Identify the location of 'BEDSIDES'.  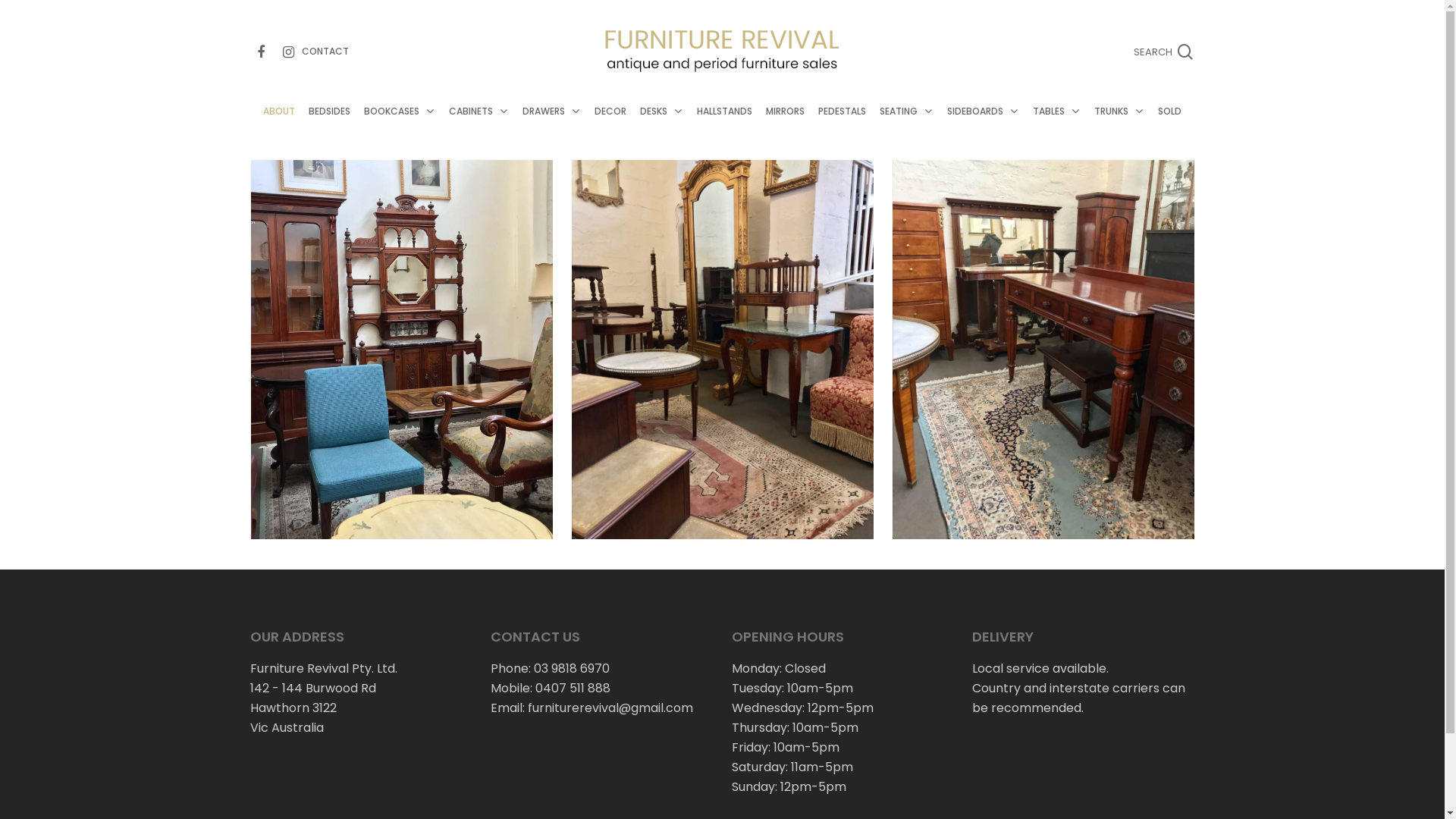
(328, 125).